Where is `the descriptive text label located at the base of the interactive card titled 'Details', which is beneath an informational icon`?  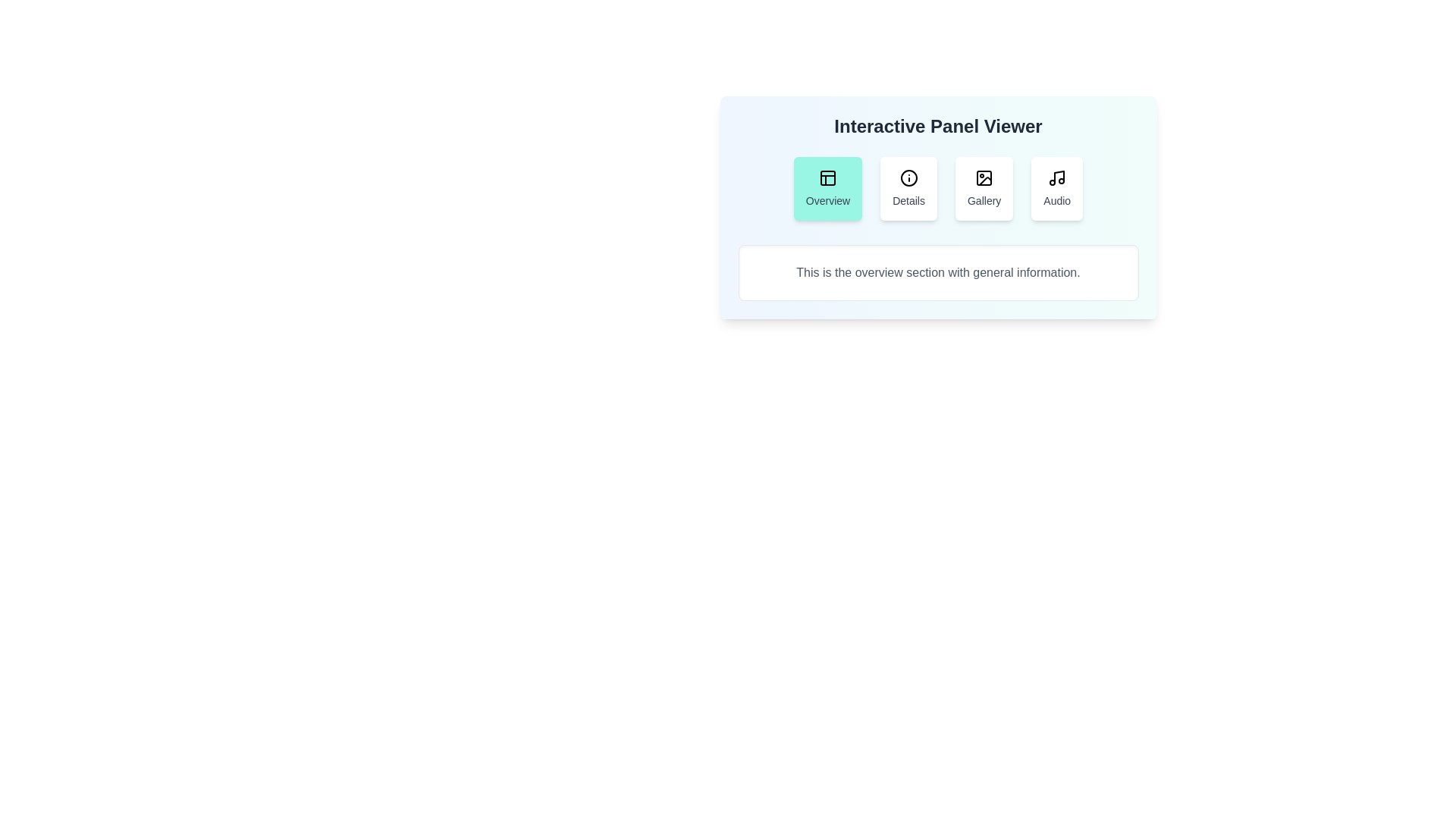 the descriptive text label located at the base of the interactive card titled 'Details', which is beneath an informational icon is located at coordinates (908, 200).